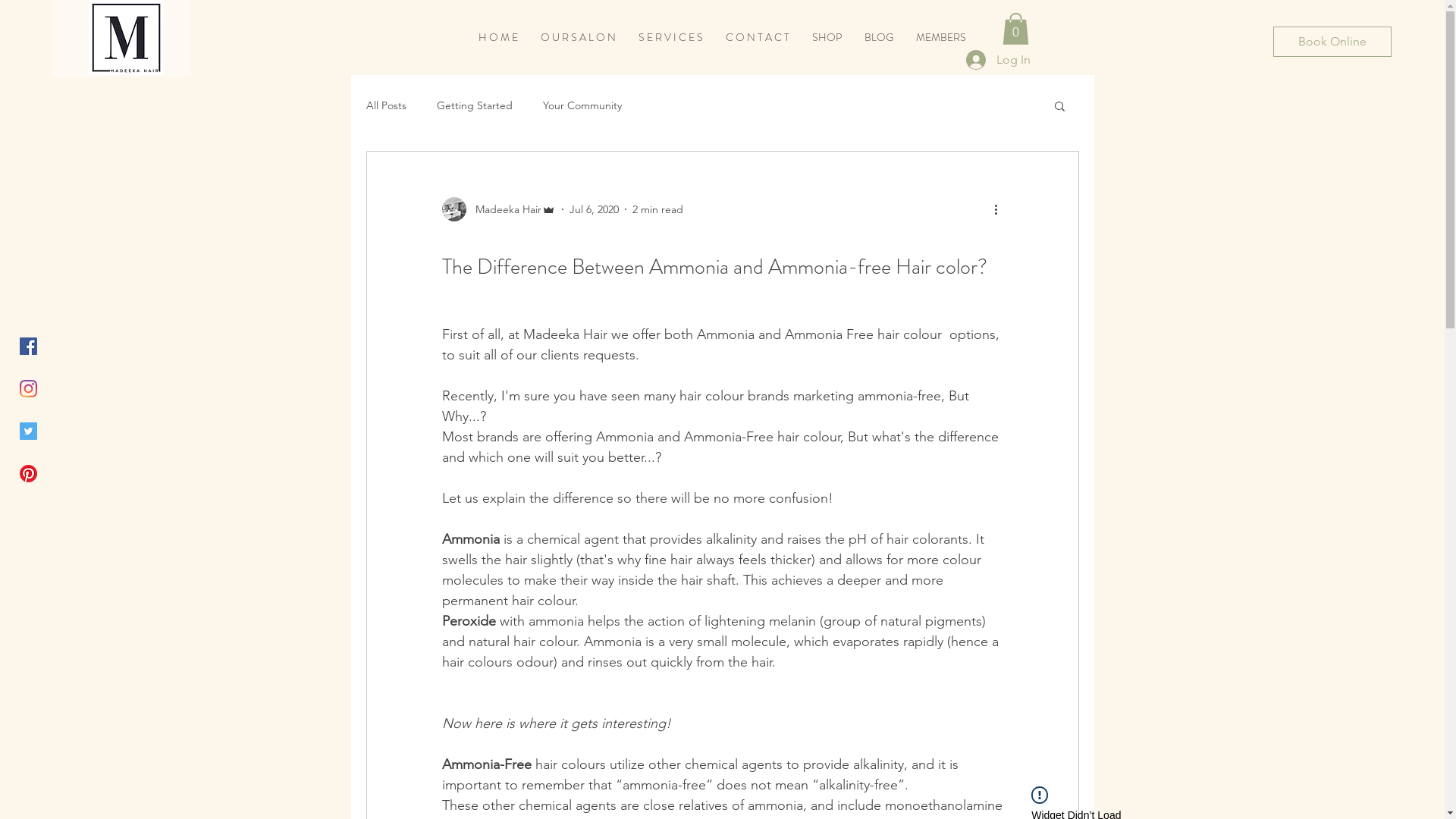  Describe the element at coordinates (1015, 29) in the screenshot. I see `'0'` at that location.